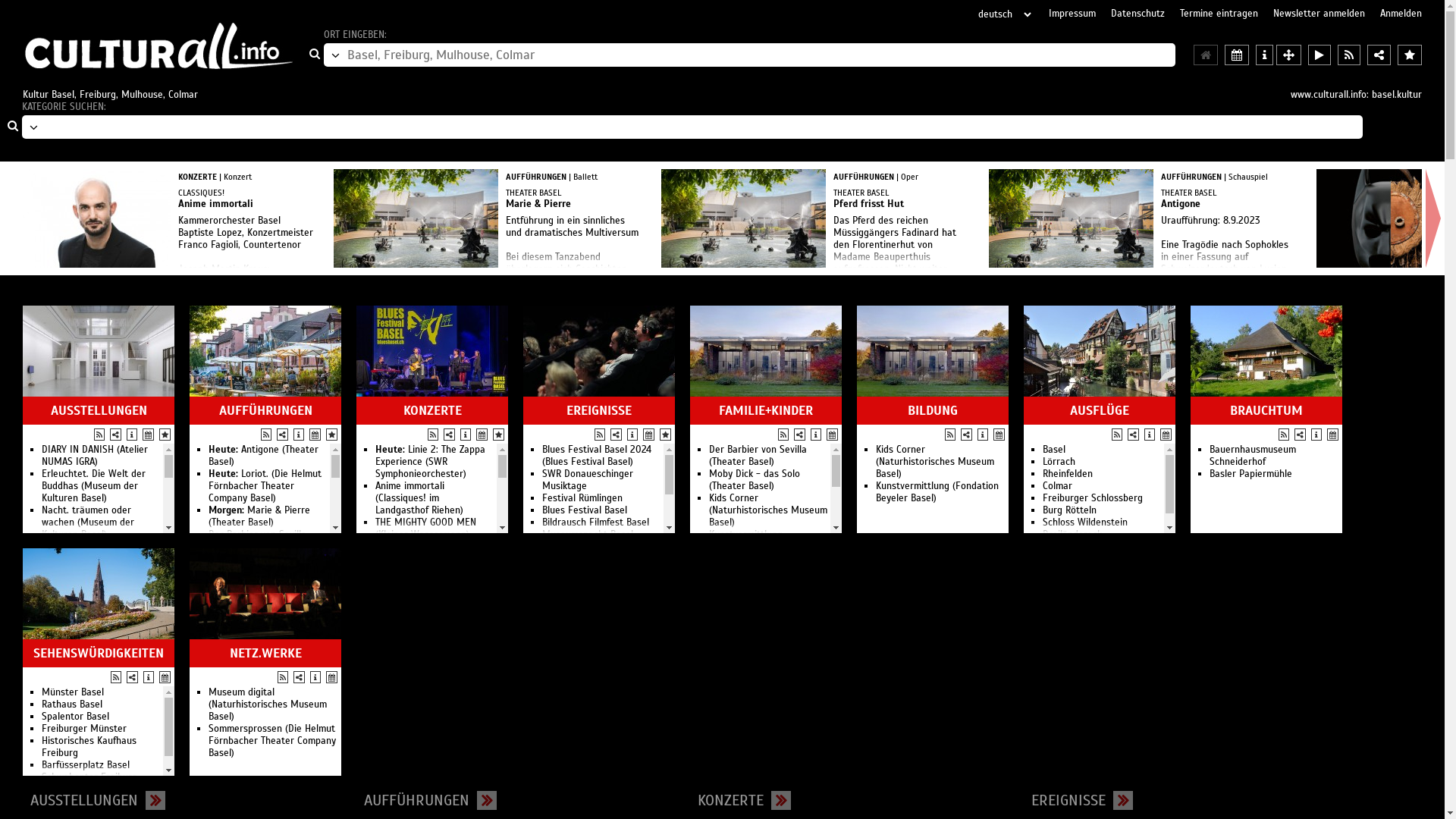  Describe the element at coordinates (944, 435) in the screenshot. I see `'RSS-Feed'` at that location.